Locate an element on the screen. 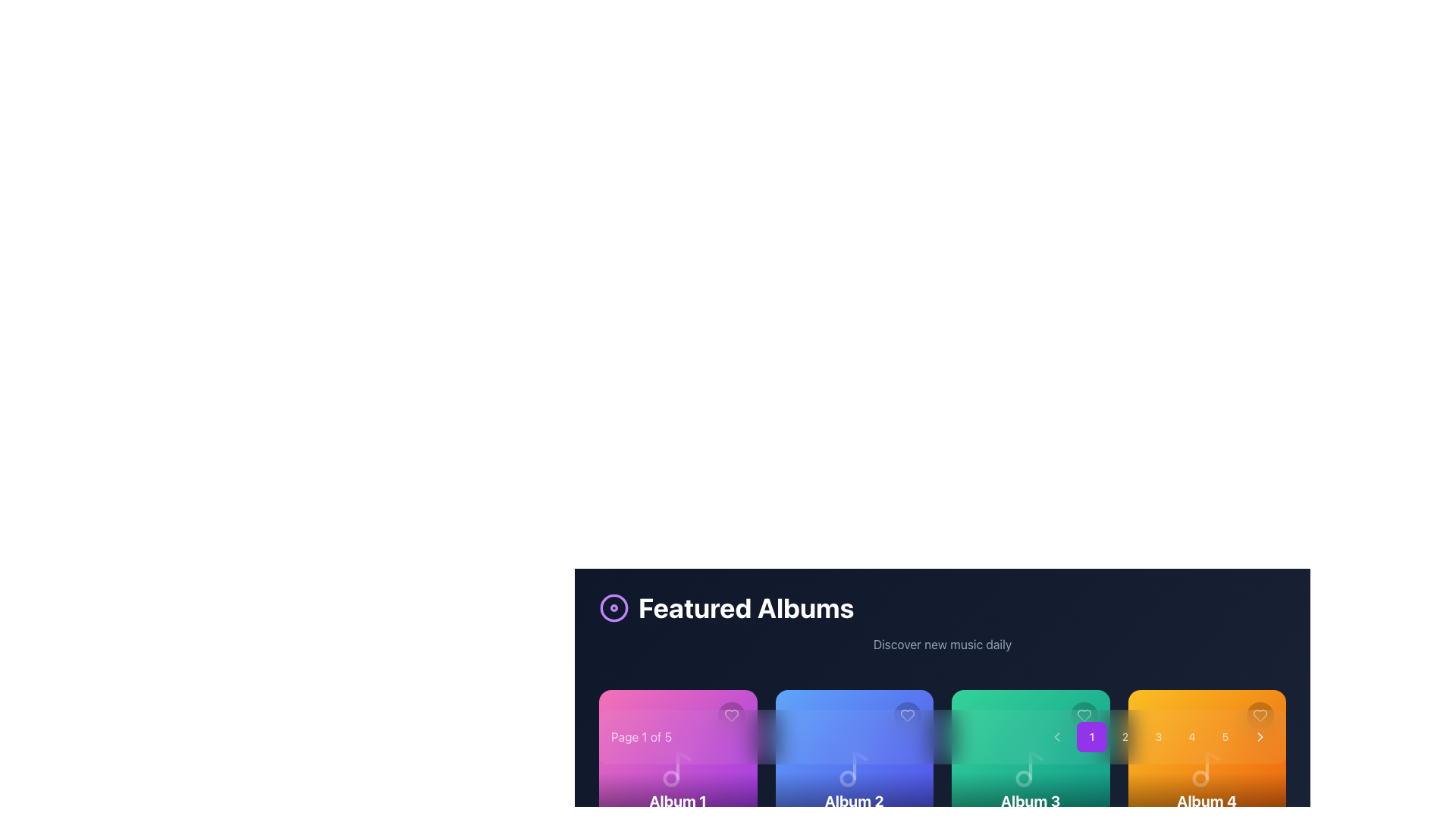  the 'like' or 'favorite' icon located in the top-right corner of the first album card in the 'Featured Albums' section is located at coordinates (731, 716).